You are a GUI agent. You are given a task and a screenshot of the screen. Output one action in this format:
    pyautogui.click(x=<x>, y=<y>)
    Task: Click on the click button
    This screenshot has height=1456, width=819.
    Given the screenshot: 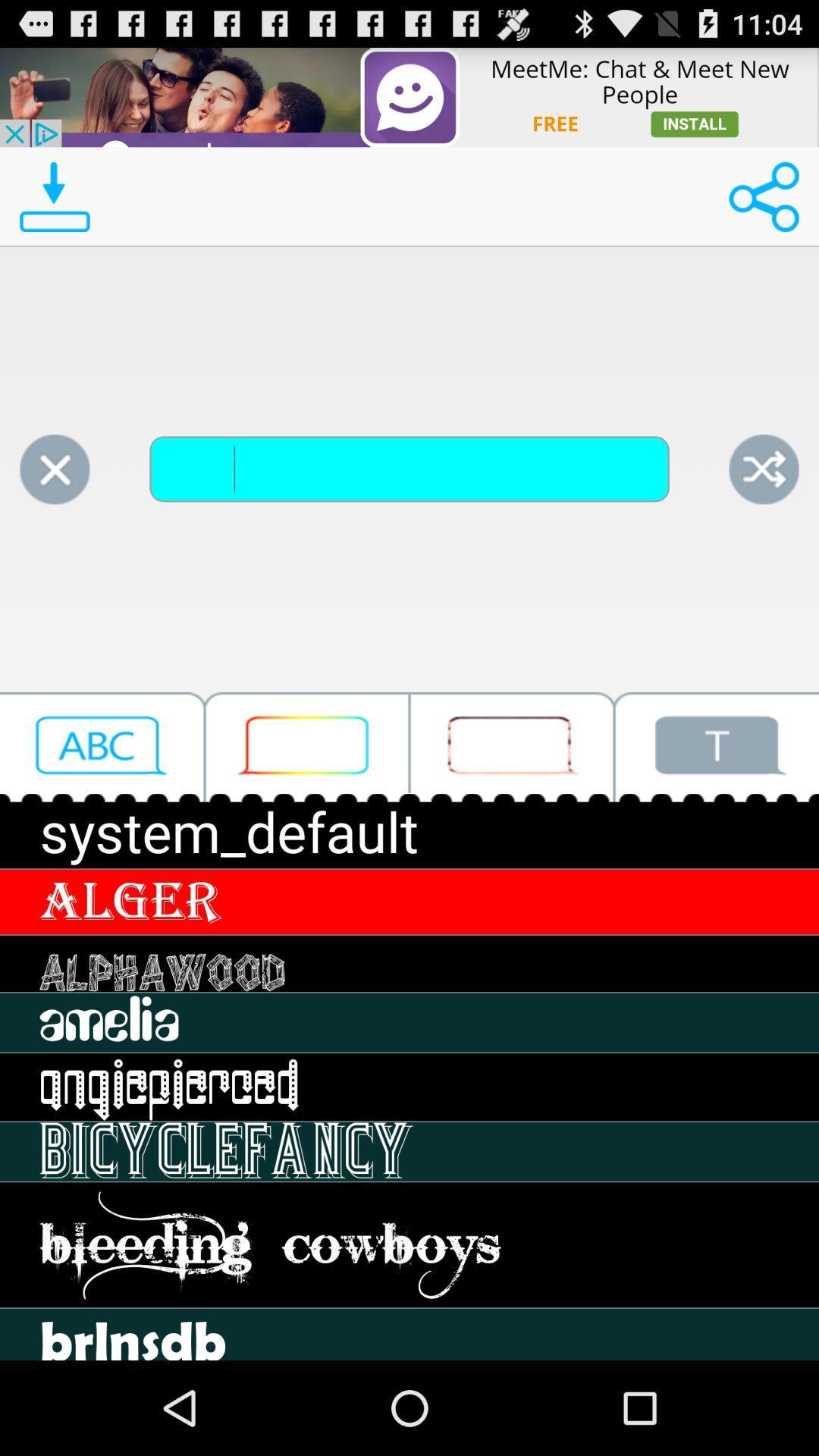 What is the action you would take?
    pyautogui.click(x=512, y=747)
    